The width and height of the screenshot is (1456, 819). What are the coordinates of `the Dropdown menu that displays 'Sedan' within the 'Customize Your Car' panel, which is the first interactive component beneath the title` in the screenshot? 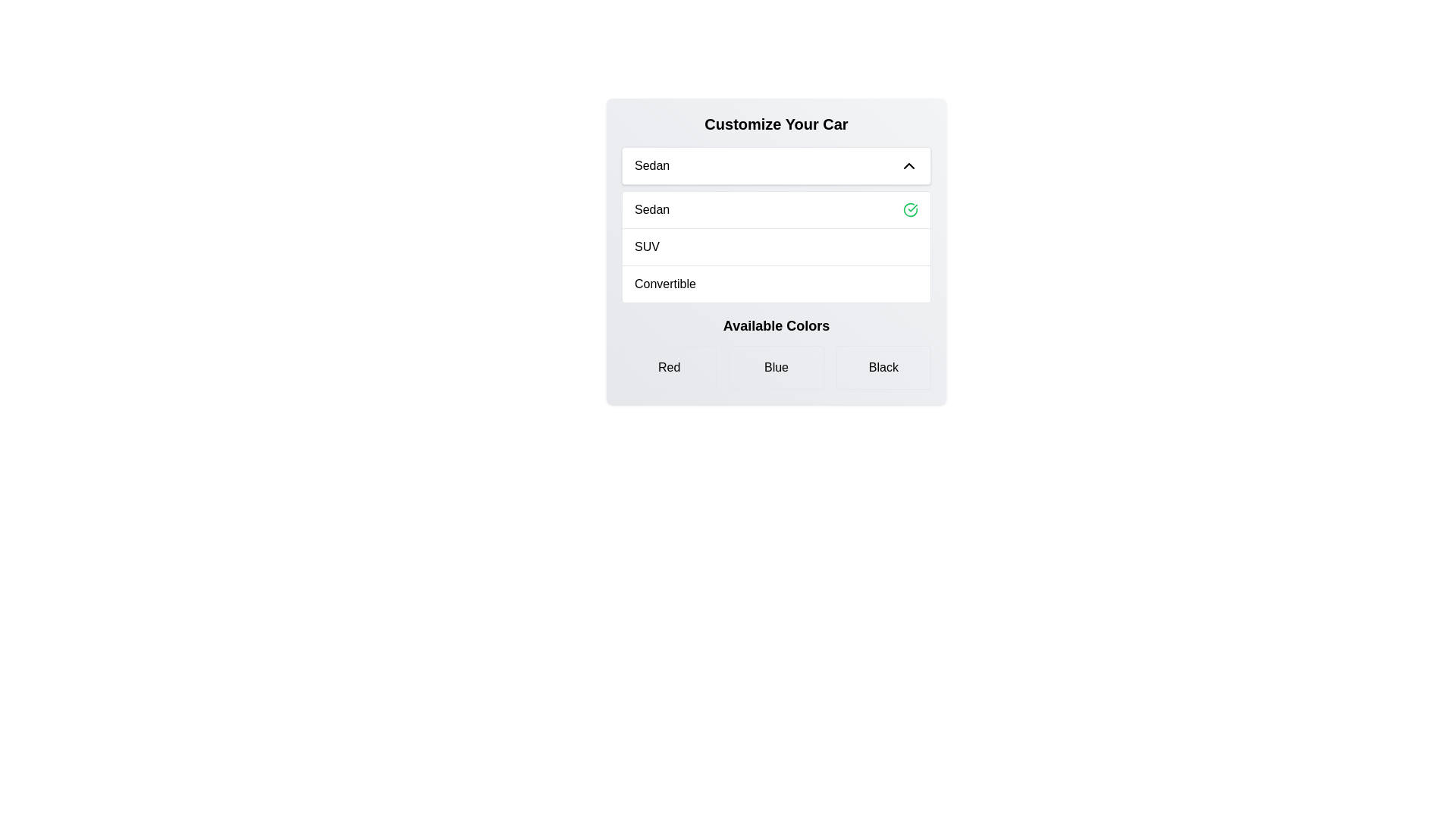 It's located at (776, 166).